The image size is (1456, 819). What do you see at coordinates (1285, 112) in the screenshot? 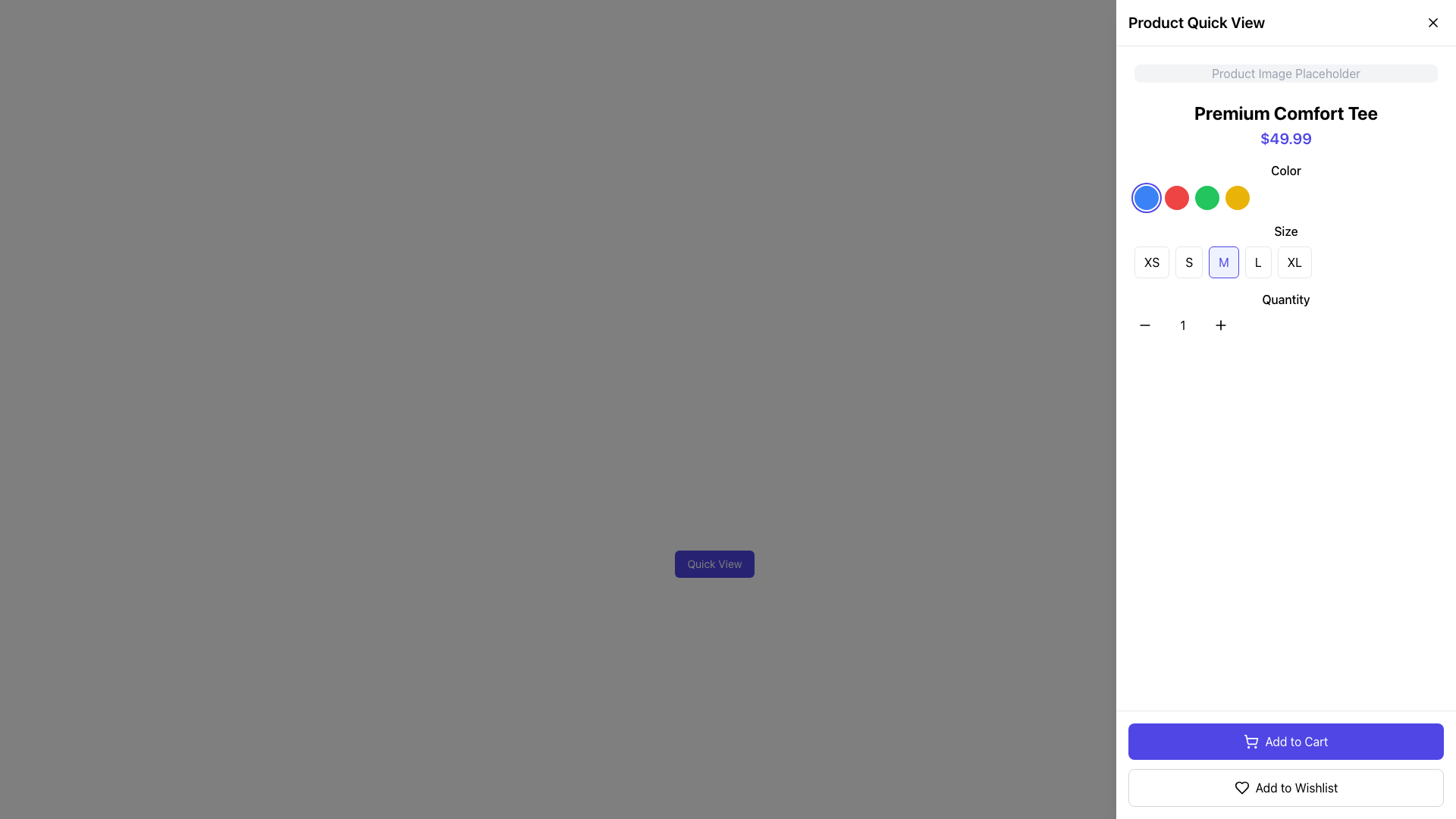
I see `bold and enlarged text label 'Premium Comfort Tee' located at the center of the product detail card interface, positioned above the product price text` at bounding box center [1285, 112].